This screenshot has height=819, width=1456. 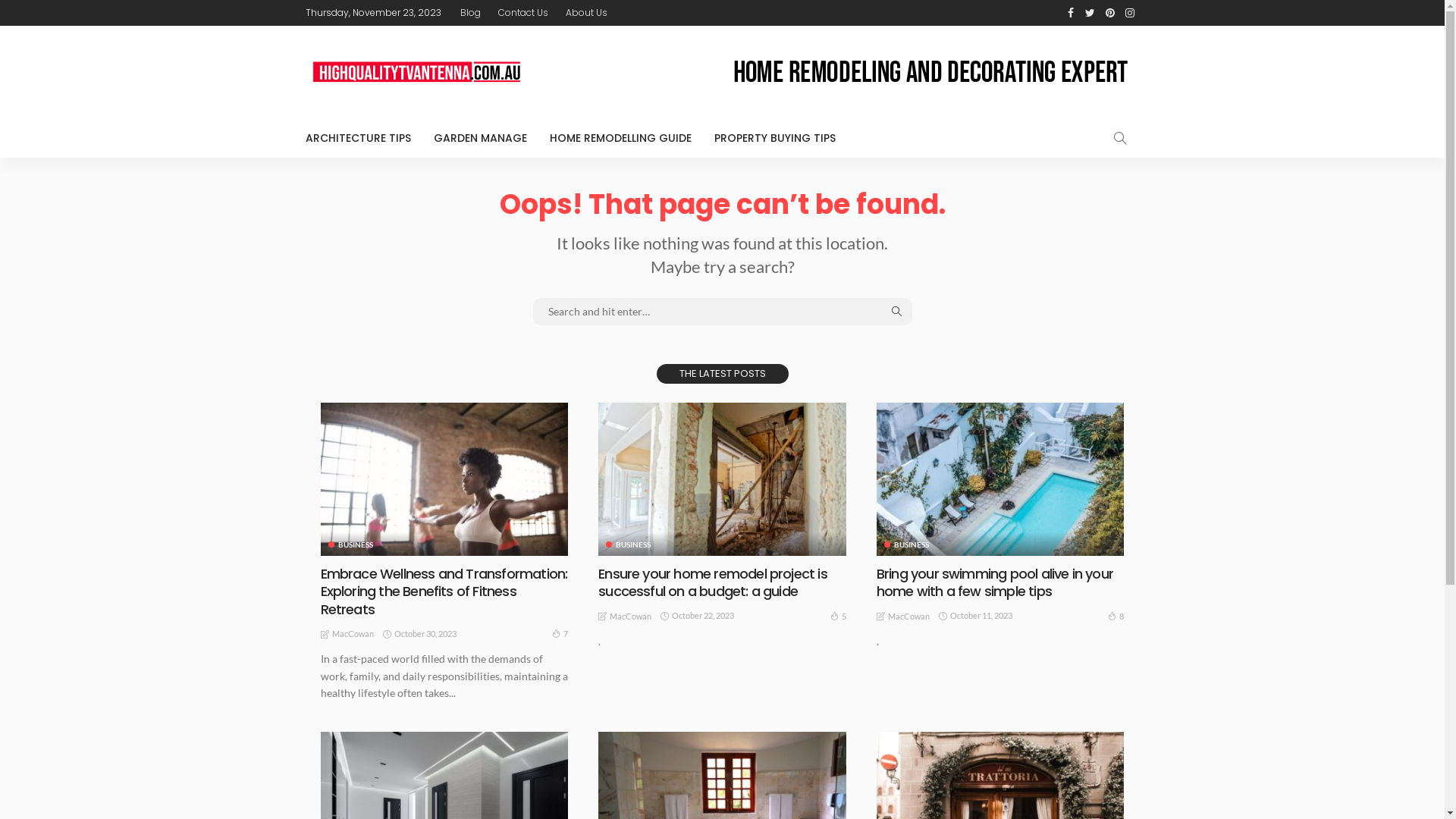 I want to click on 'search', so click(x=1099, y=137).